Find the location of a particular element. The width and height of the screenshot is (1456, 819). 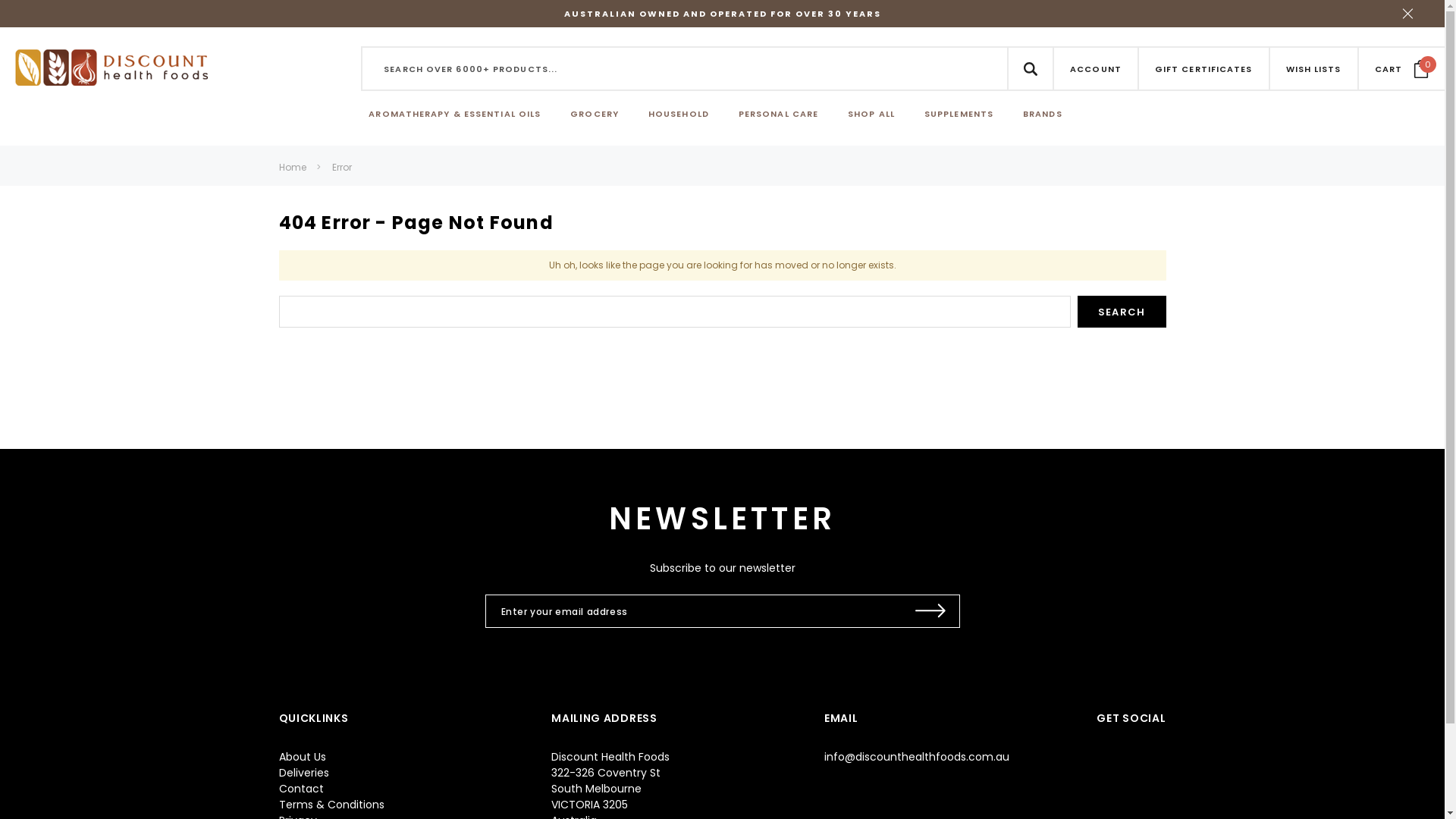

'Contact' is located at coordinates (301, 788).